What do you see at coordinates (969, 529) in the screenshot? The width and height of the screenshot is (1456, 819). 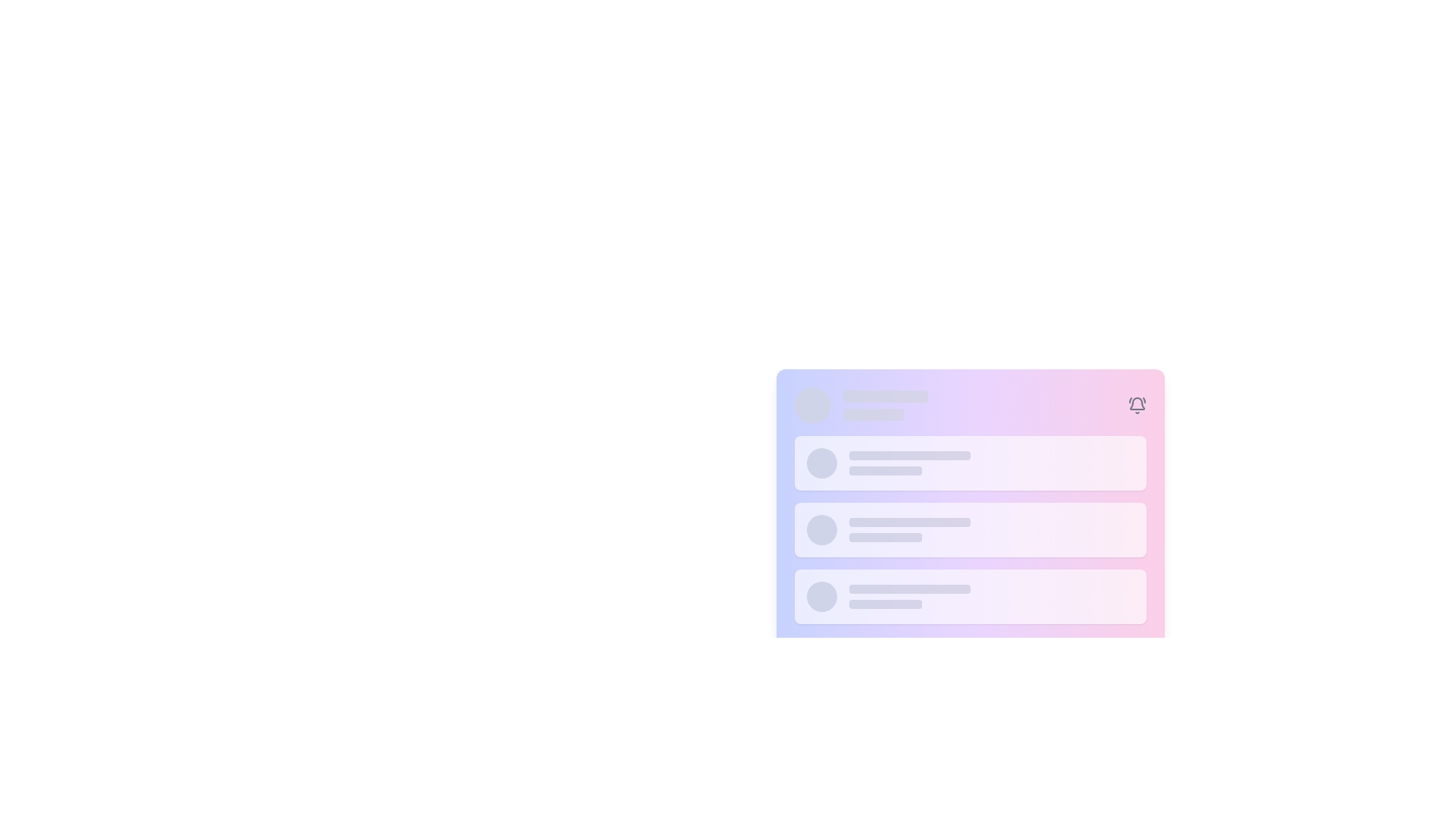 I see `the second card-like structure in a vertical list of three cards` at bounding box center [969, 529].